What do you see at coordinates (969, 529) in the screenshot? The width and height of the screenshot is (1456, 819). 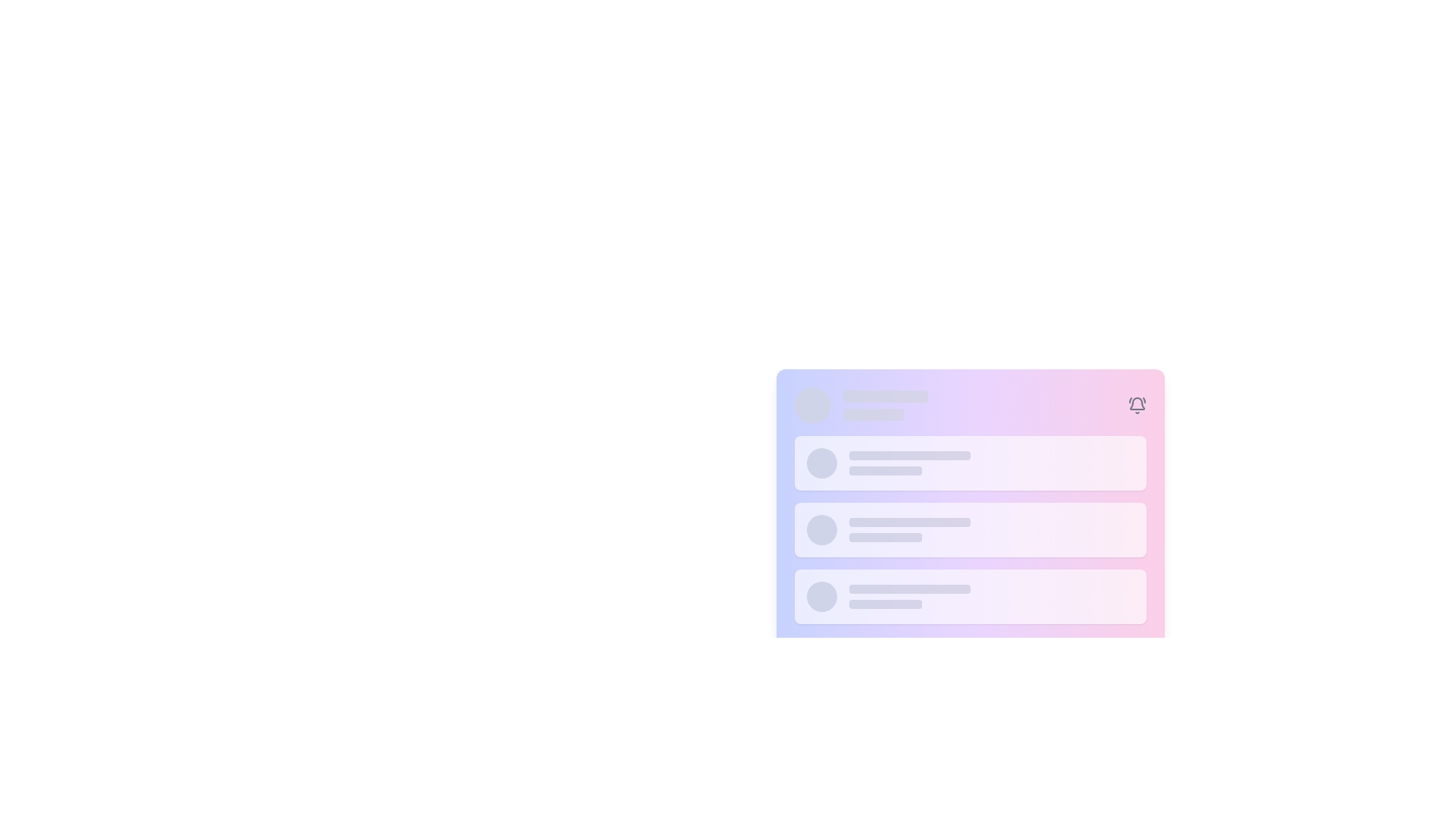 I see `the second card-like structure in a vertical list of three cards` at bounding box center [969, 529].